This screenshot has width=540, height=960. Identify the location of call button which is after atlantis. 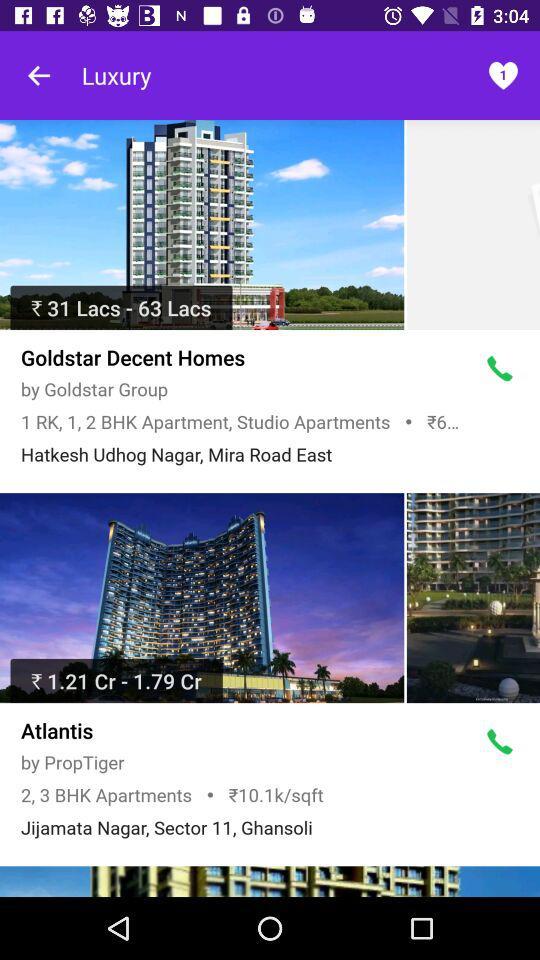
(499, 741).